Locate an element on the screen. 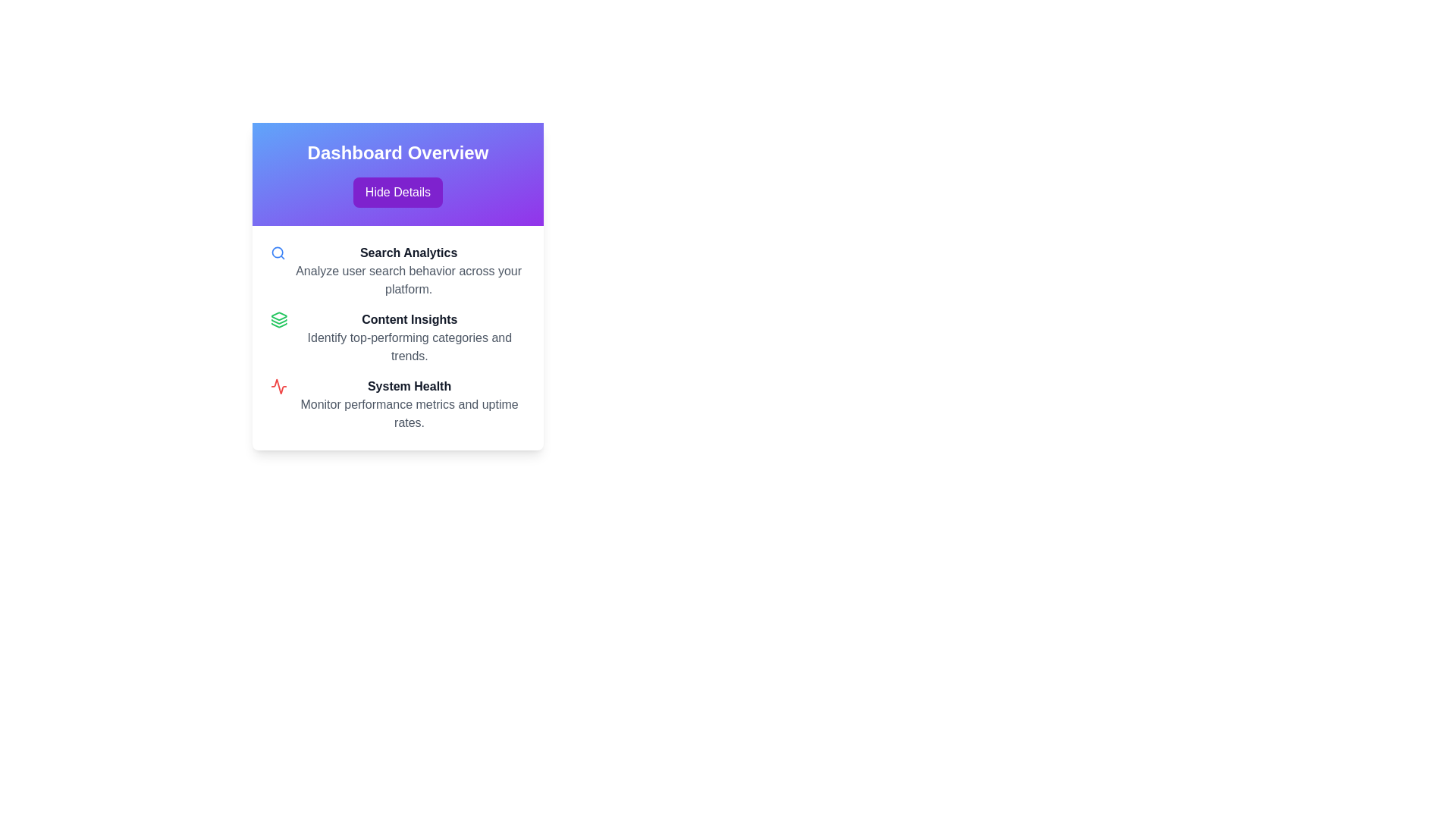  the second entry of the informational list item that provides insights about top-performing categories and trends for analytics is located at coordinates (397, 337).